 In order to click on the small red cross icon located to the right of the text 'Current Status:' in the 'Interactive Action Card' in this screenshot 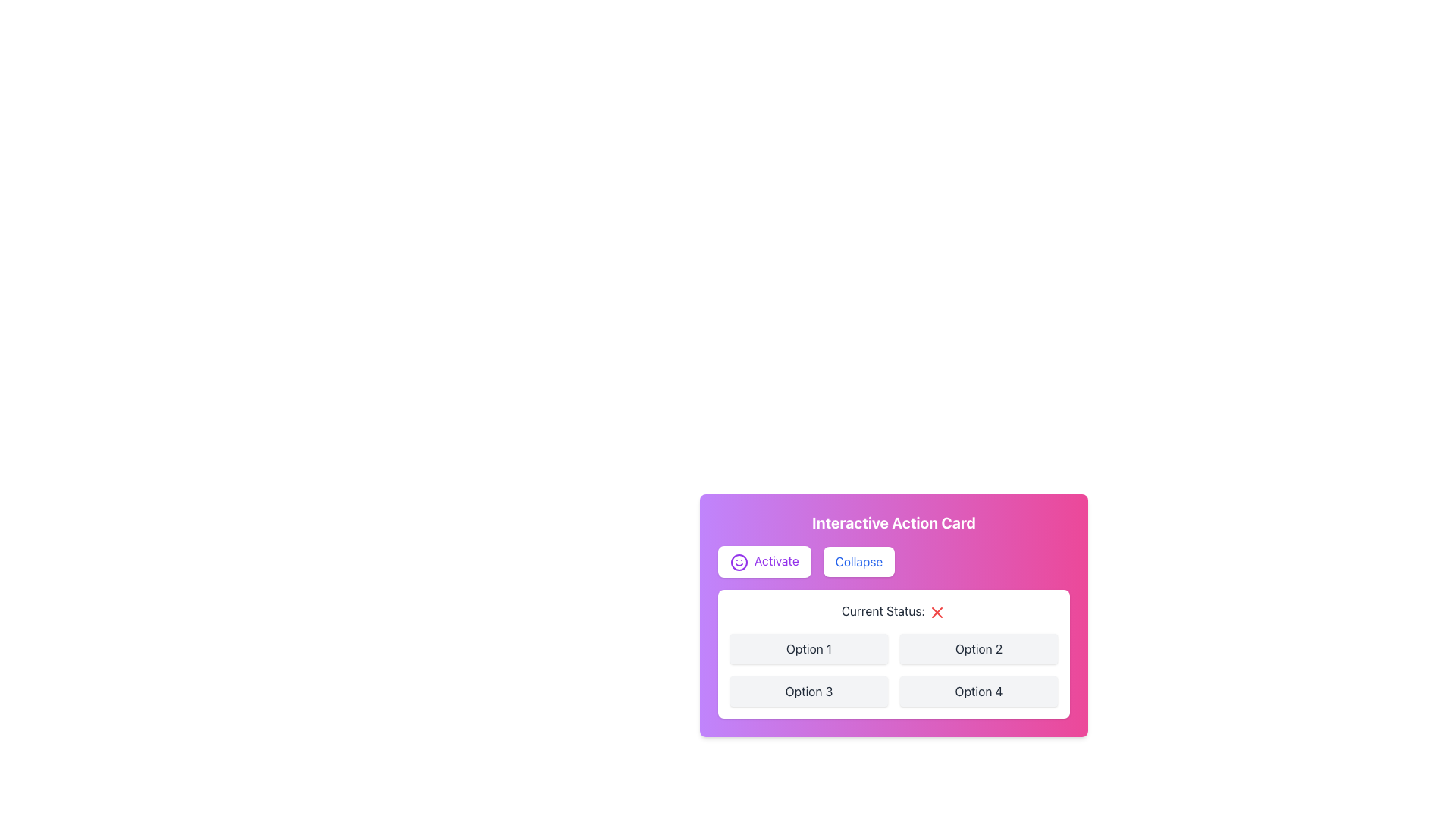, I will do `click(937, 611)`.